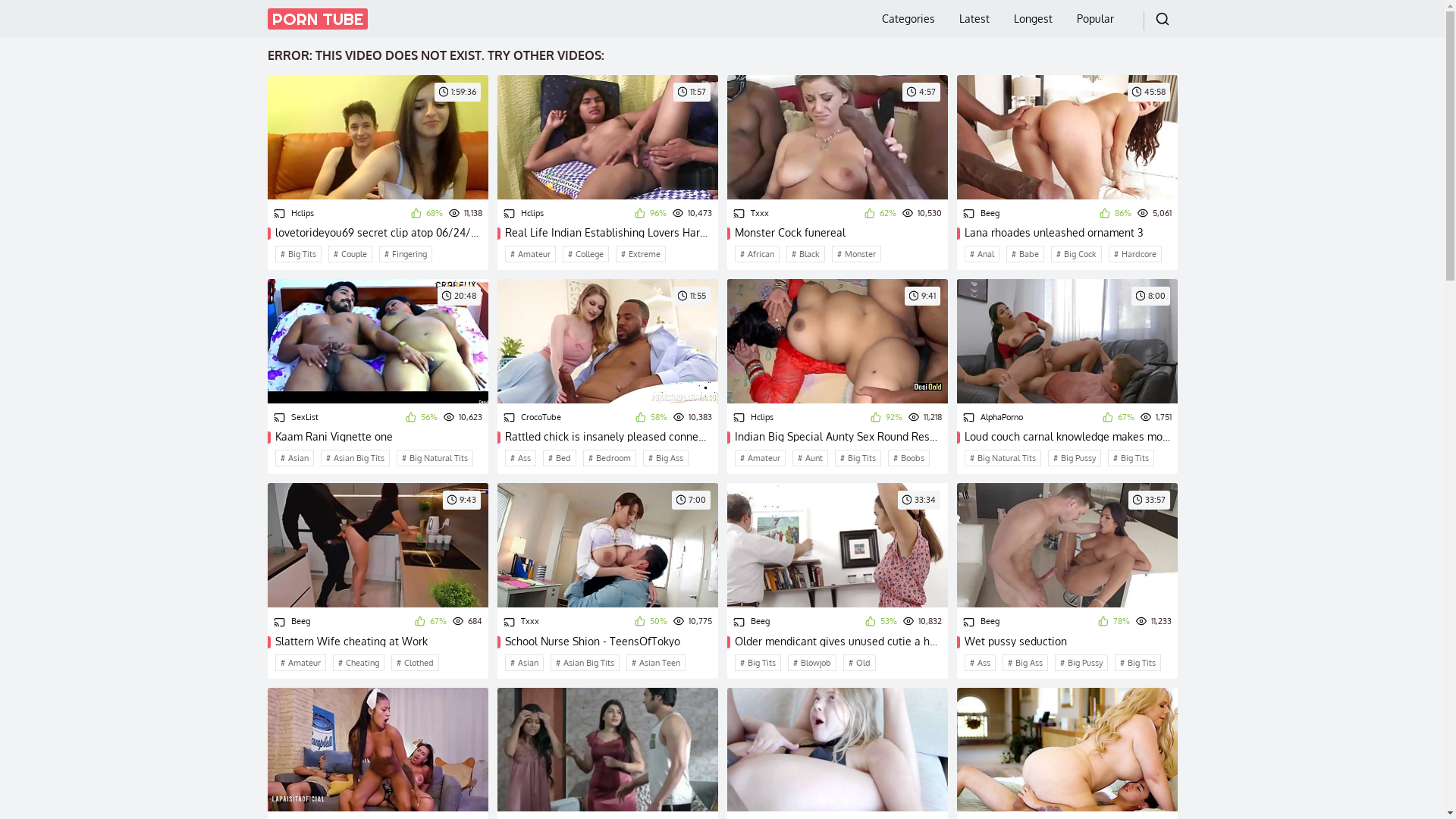  What do you see at coordinates (1066, 233) in the screenshot?
I see `'Lana rhoades unleashed ornament 3'` at bounding box center [1066, 233].